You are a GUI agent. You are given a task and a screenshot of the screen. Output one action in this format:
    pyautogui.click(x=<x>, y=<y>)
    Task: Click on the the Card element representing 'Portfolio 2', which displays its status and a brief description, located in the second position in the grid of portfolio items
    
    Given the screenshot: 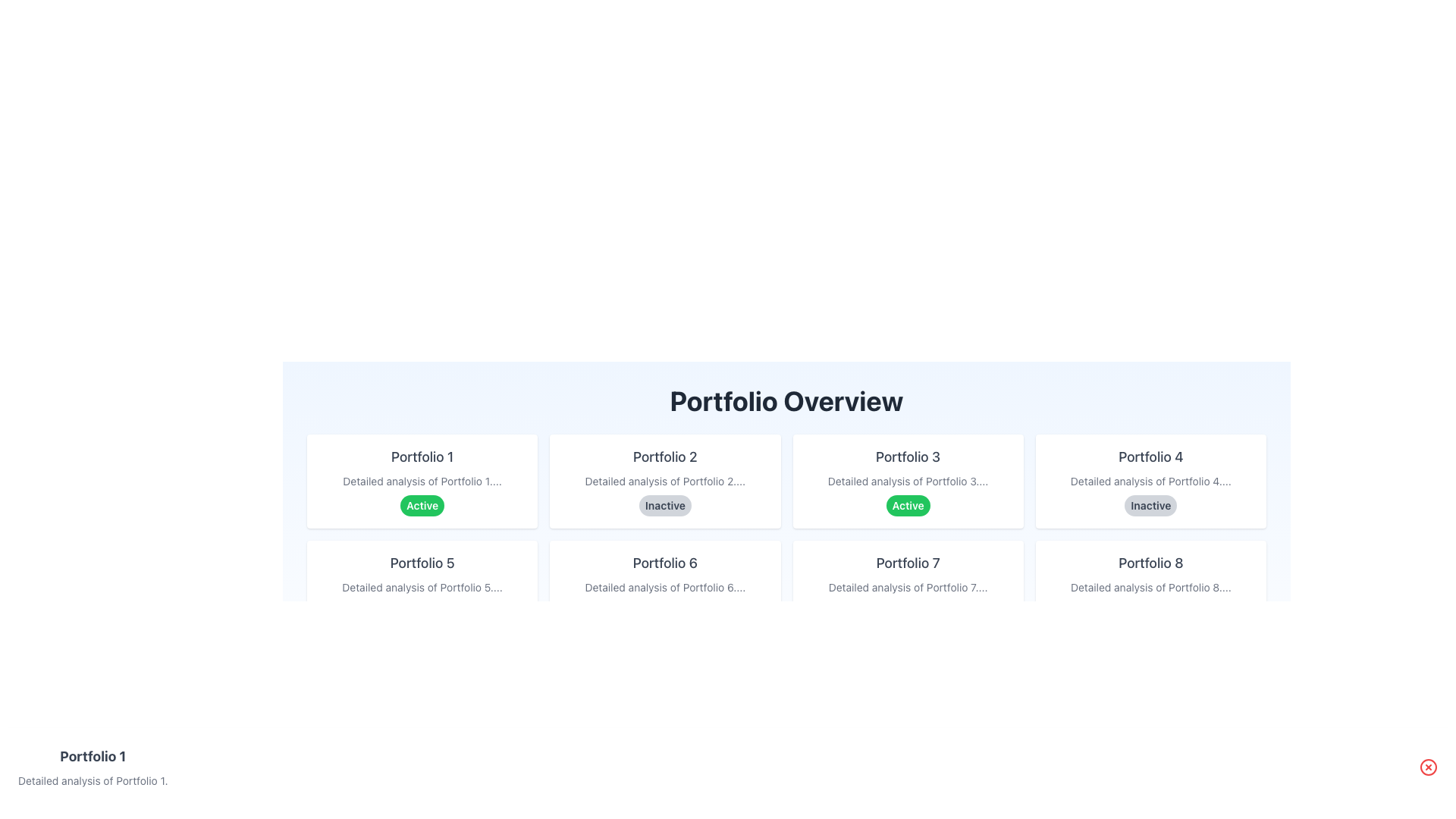 What is the action you would take?
    pyautogui.click(x=665, y=482)
    